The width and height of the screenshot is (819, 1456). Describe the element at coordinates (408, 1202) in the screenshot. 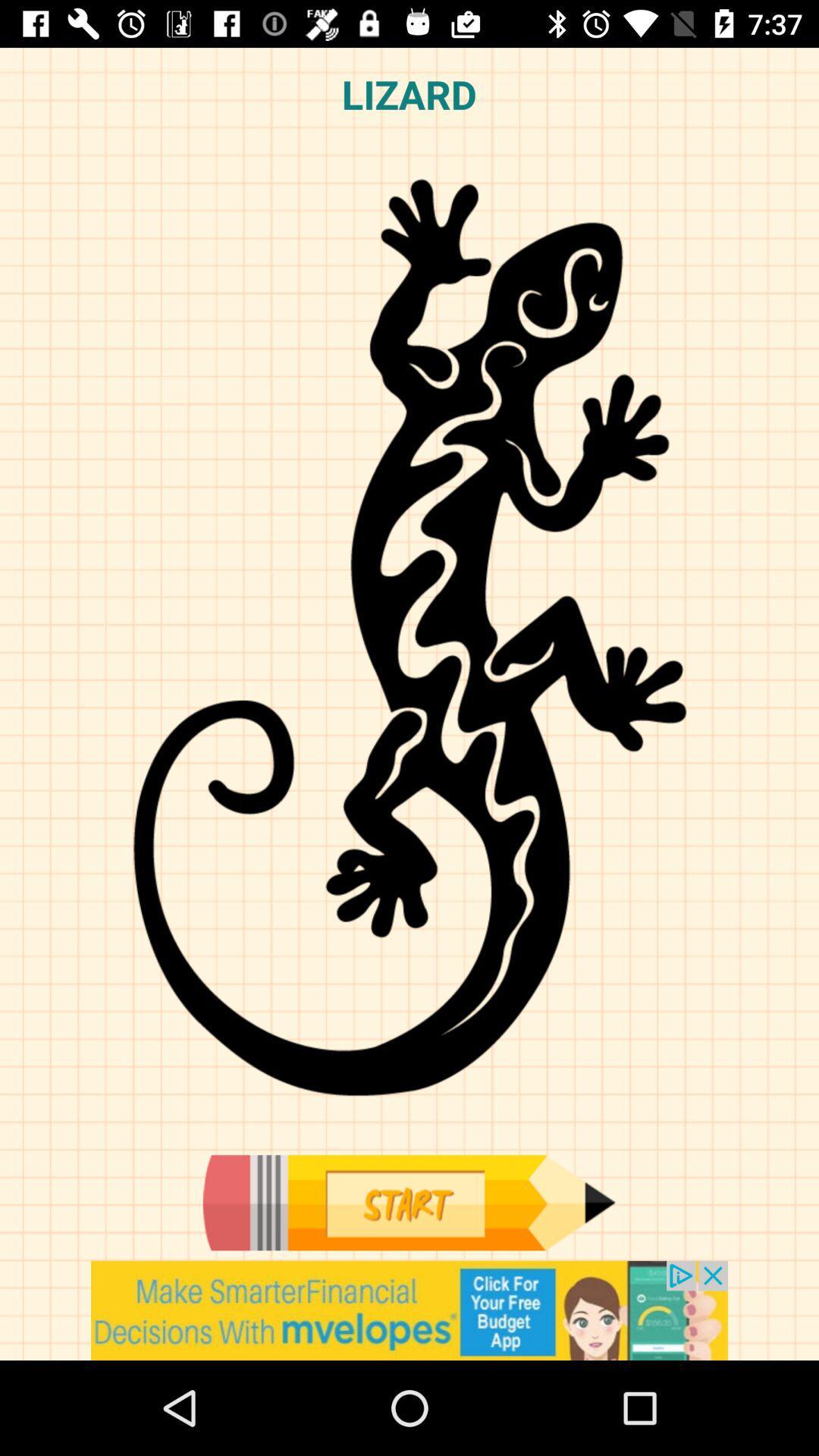

I see `start the draw` at that location.